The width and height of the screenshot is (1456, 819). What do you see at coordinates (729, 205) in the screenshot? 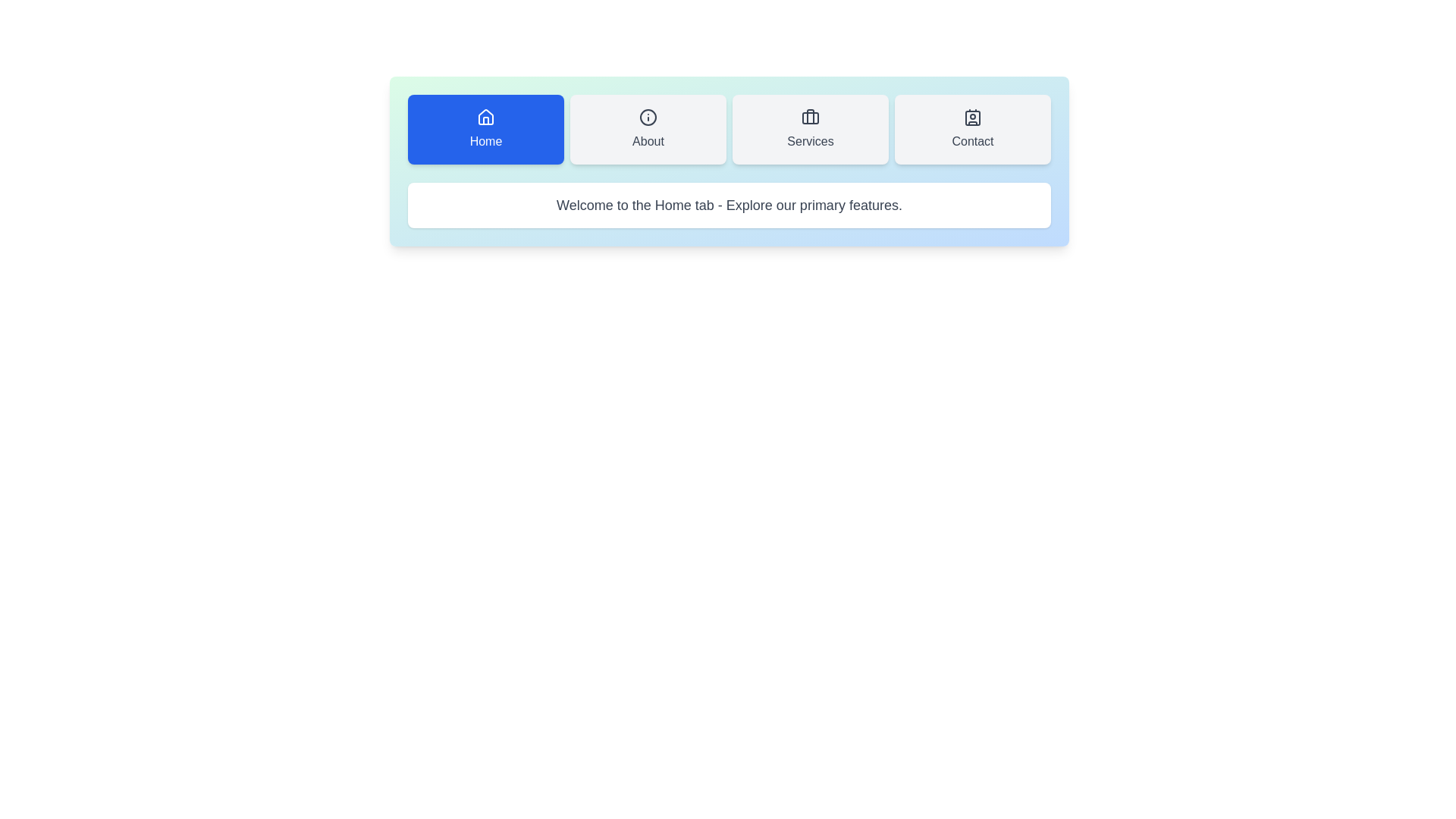
I see `text block that displays the message: 'Welcome to the Home tab - Explore our primary features.' which is styled with a medium font weight and appears in gray color, located centrally beneath the 'Home' navigation tab` at bounding box center [729, 205].